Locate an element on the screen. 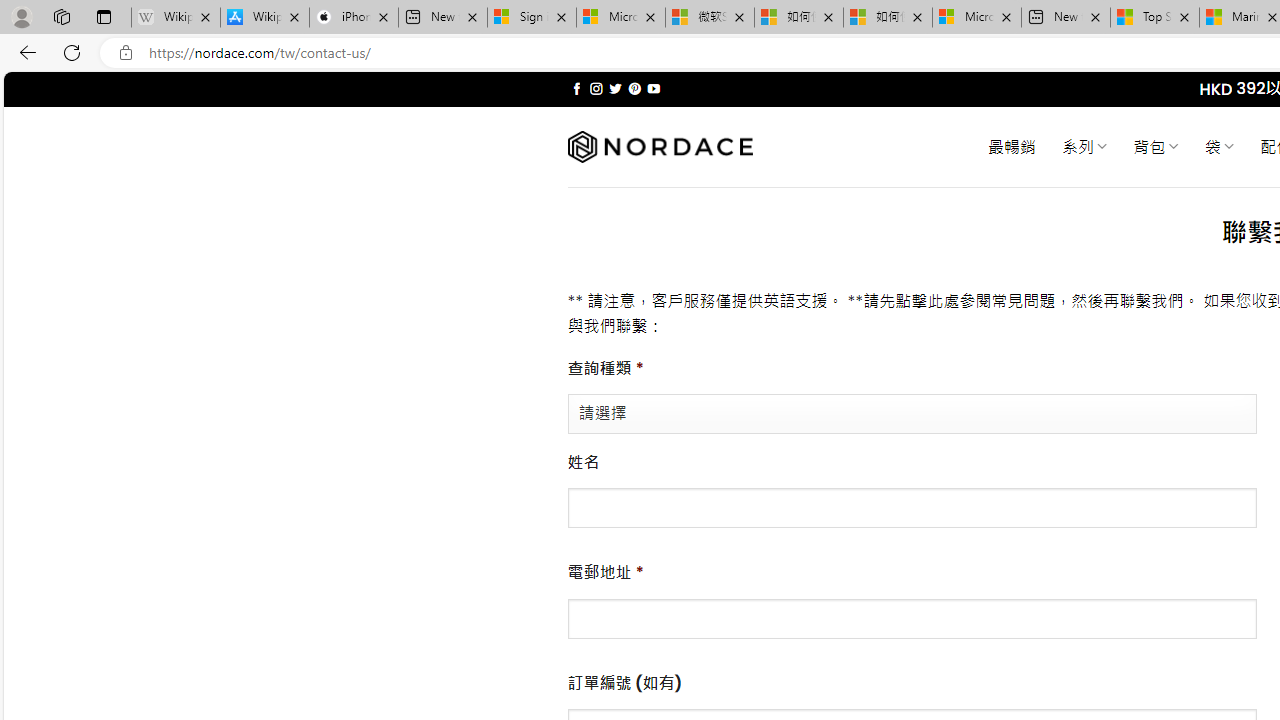 The image size is (1280, 720). 'Follow on YouTube' is located at coordinates (653, 88).